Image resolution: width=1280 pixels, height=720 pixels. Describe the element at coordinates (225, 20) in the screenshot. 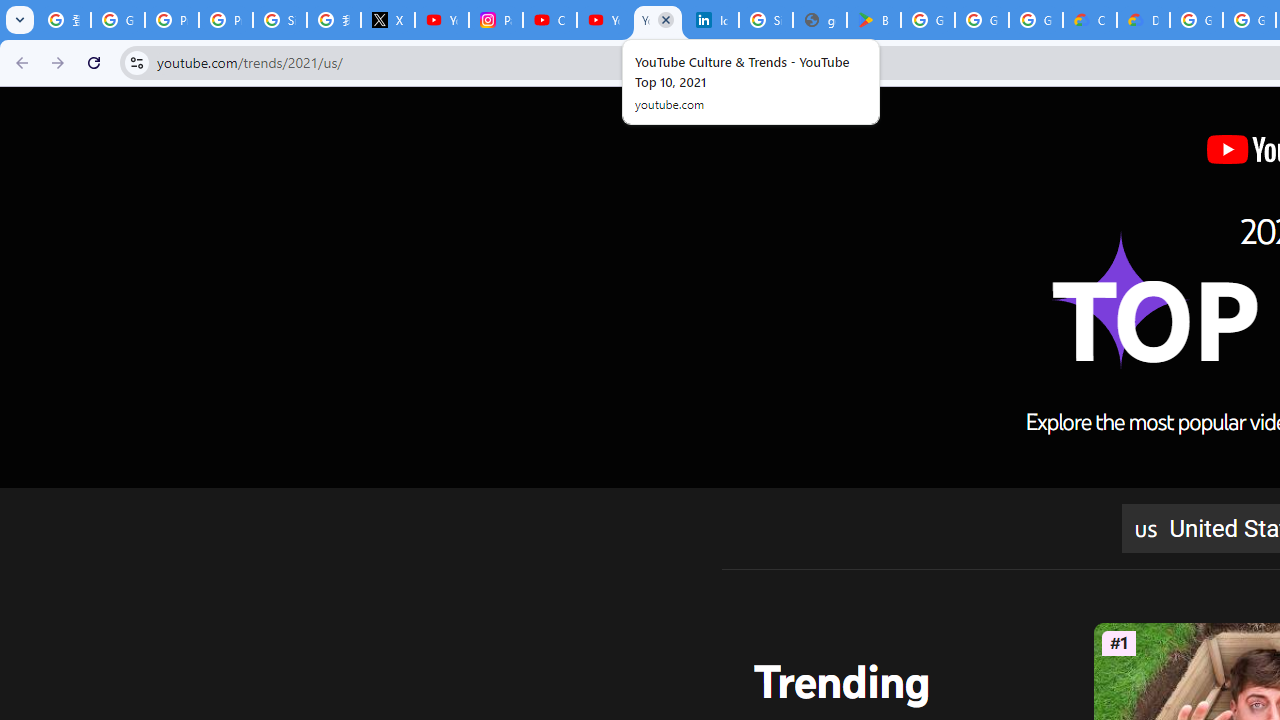

I see `'Privacy Help Center - Policies Help'` at that location.